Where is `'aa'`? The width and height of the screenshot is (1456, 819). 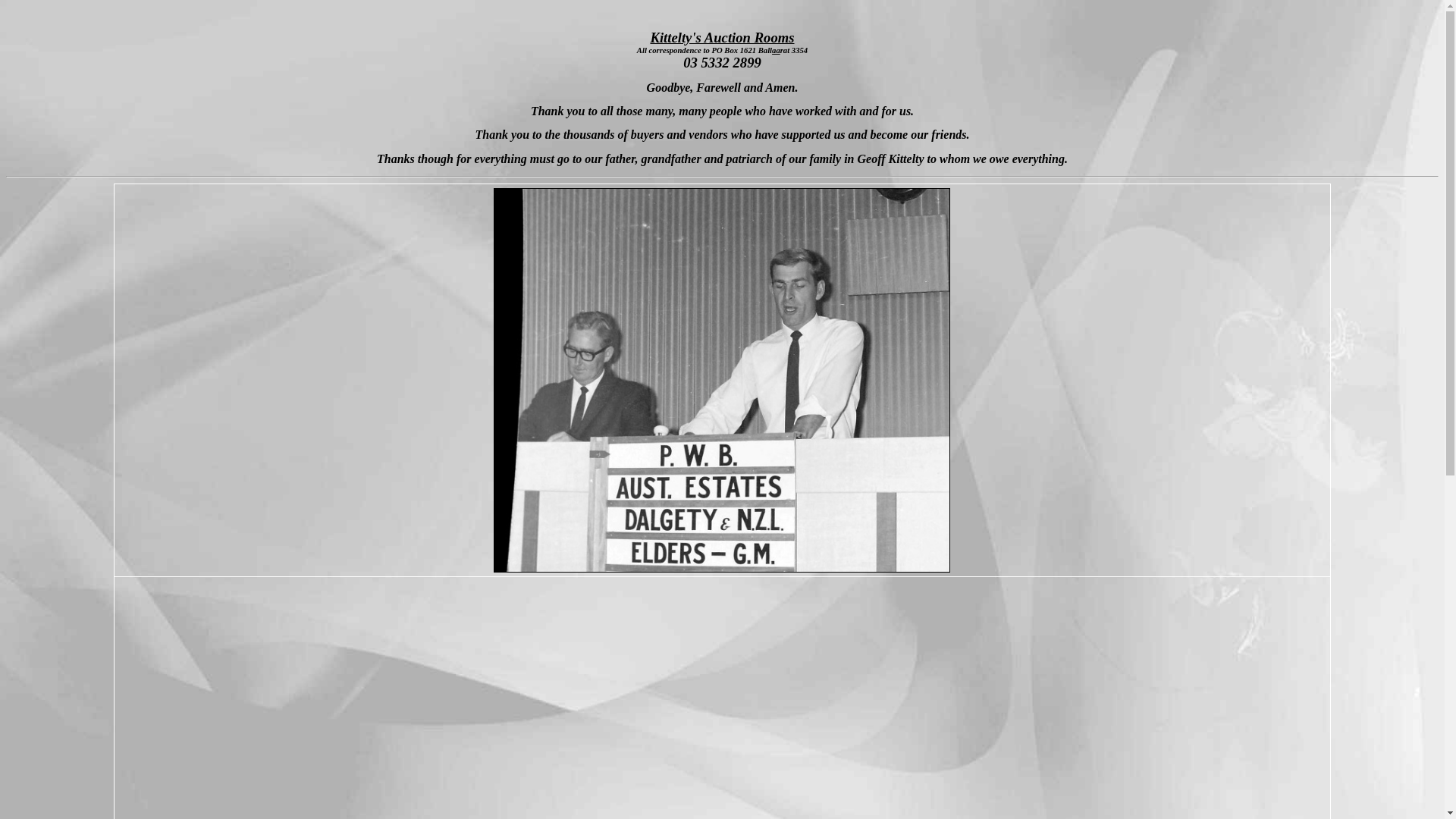
'aa' is located at coordinates (771, 49).